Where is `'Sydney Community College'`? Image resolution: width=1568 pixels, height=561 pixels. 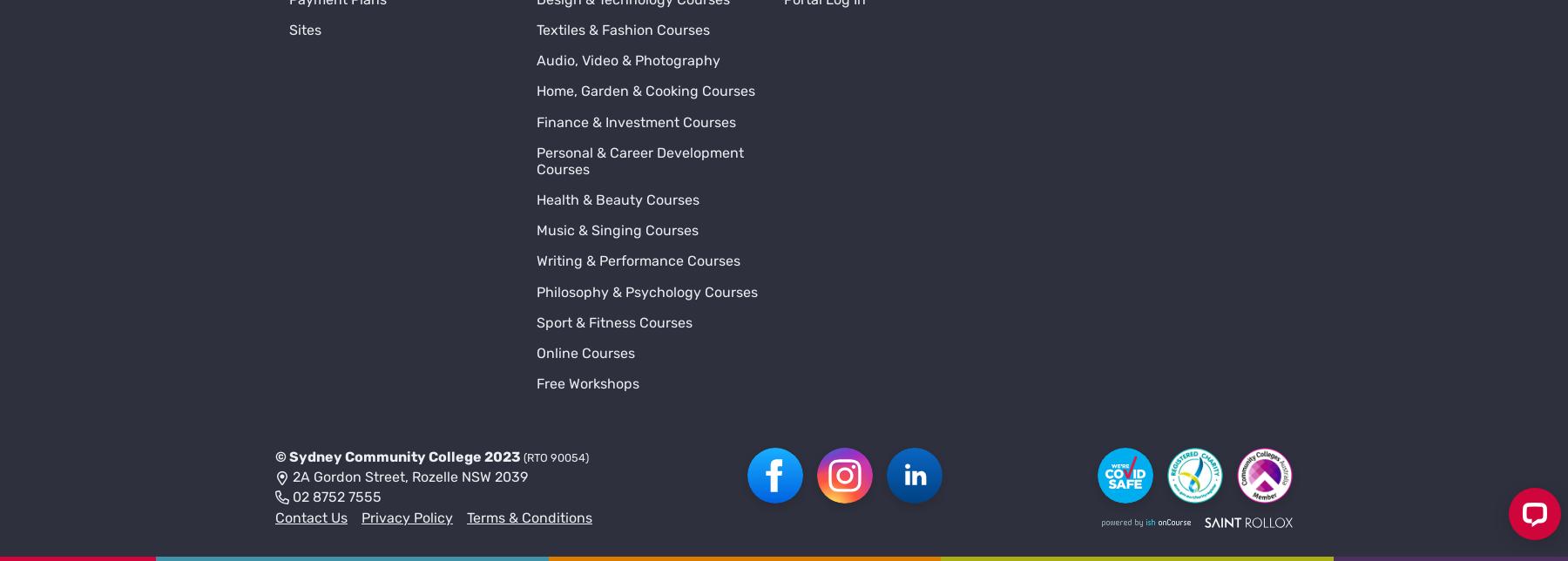
'Sydney Community College' is located at coordinates (385, 213).